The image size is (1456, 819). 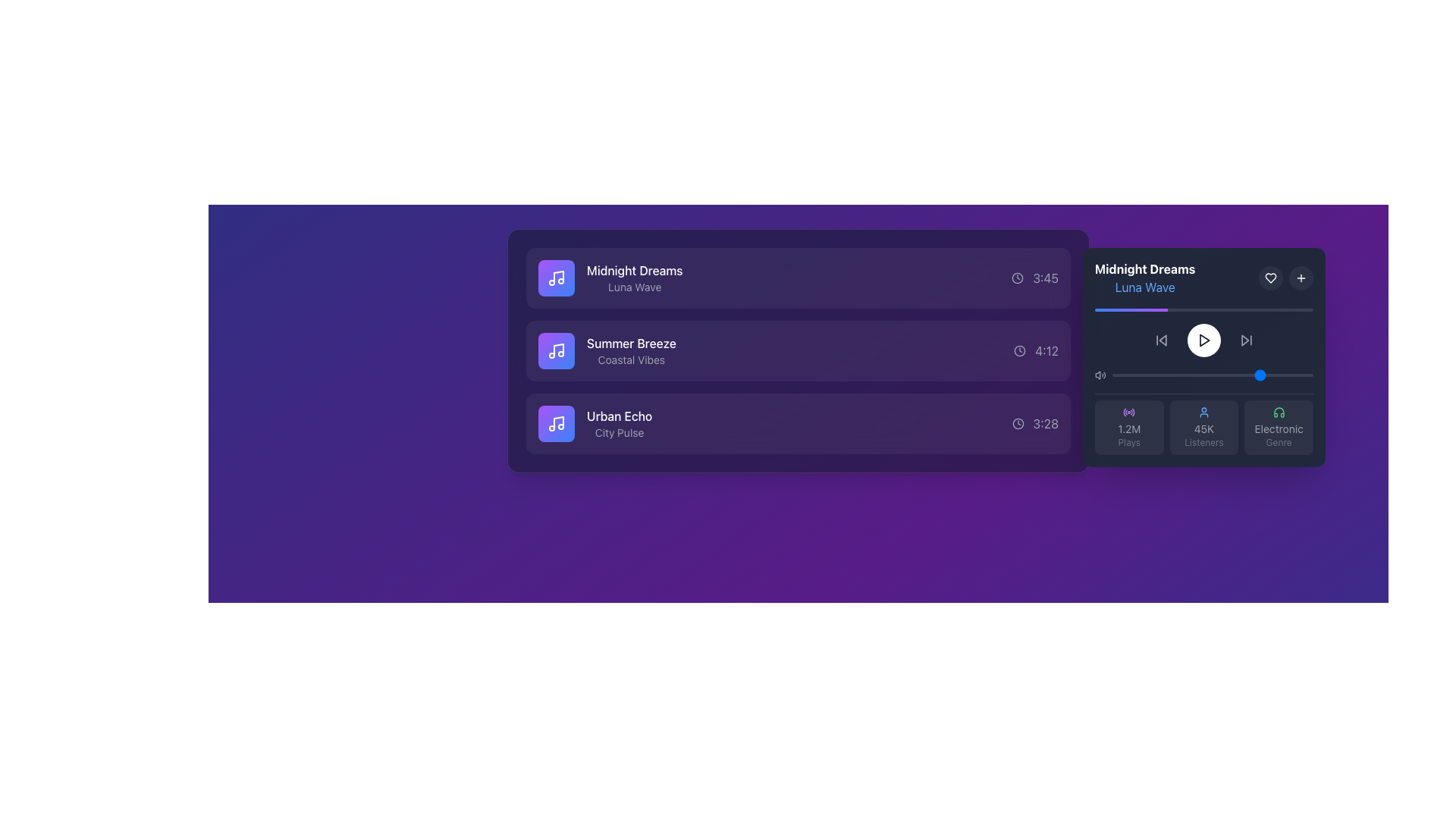 What do you see at coordinates (1270, 278) in the screenshot?
I see `the 'like' icon located in the top-right section of the dark-themed information panel next to the title 'Midnight Dreams'` at bounding box center [1270, 278].